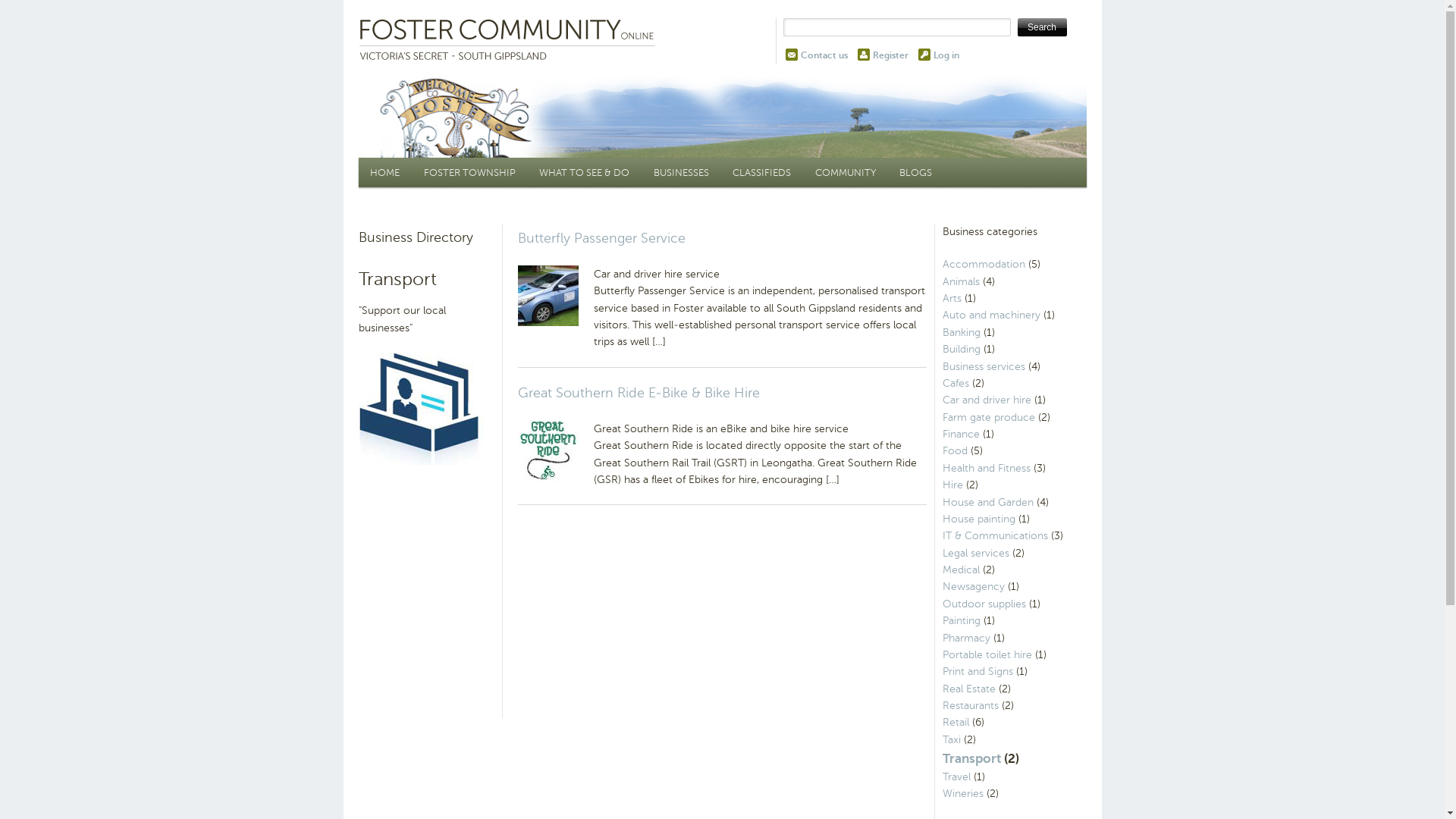 This screenshot has height=819, width=1456. Describe the element at coordinates (941, 777) in the screenshot. I see `'Travel'` at that location.